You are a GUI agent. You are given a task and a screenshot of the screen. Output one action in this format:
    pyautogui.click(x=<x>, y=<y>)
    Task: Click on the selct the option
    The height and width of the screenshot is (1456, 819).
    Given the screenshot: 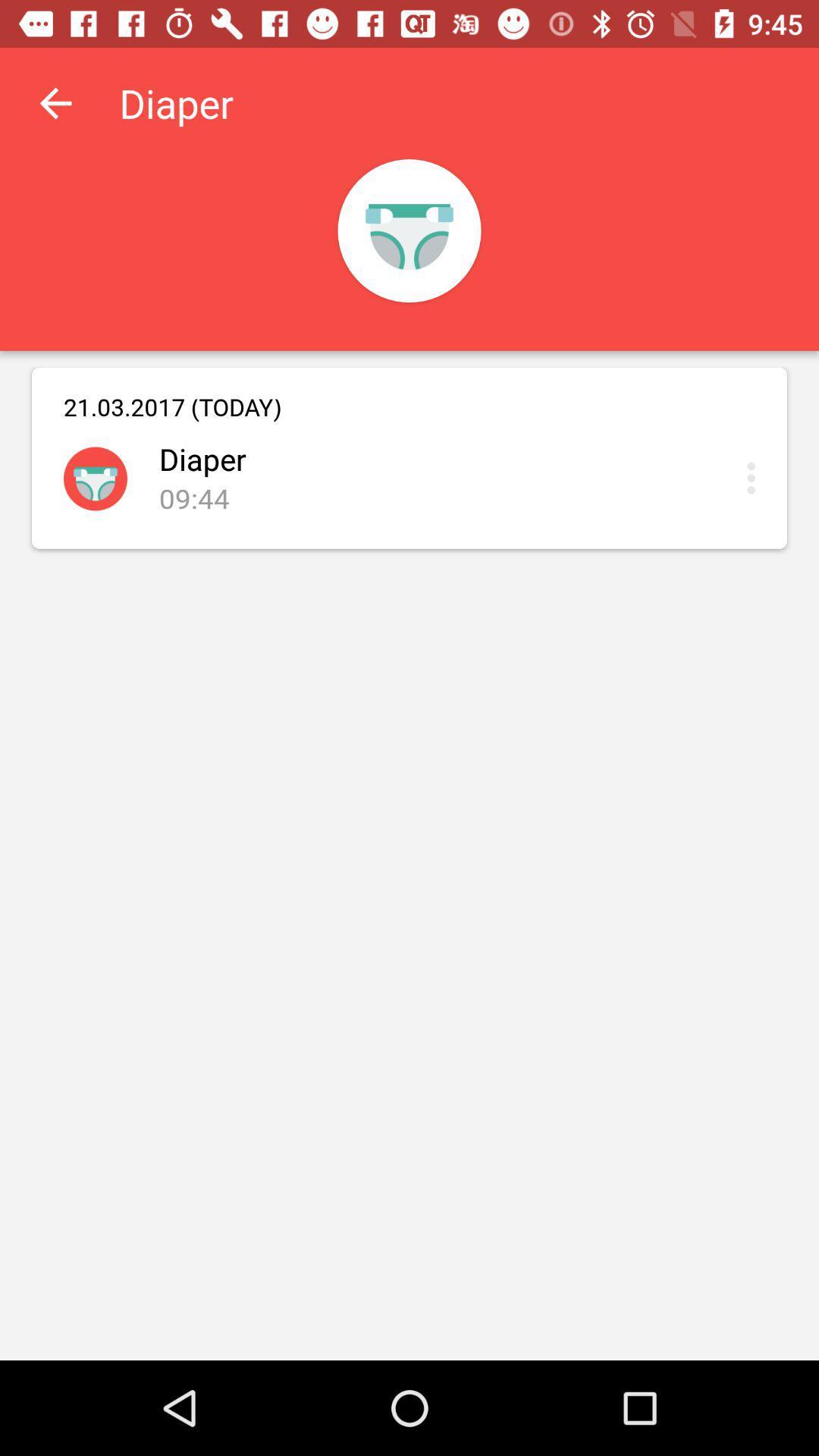 What is the action you would take?
    pyautogui.click(x=755, y=477)
    